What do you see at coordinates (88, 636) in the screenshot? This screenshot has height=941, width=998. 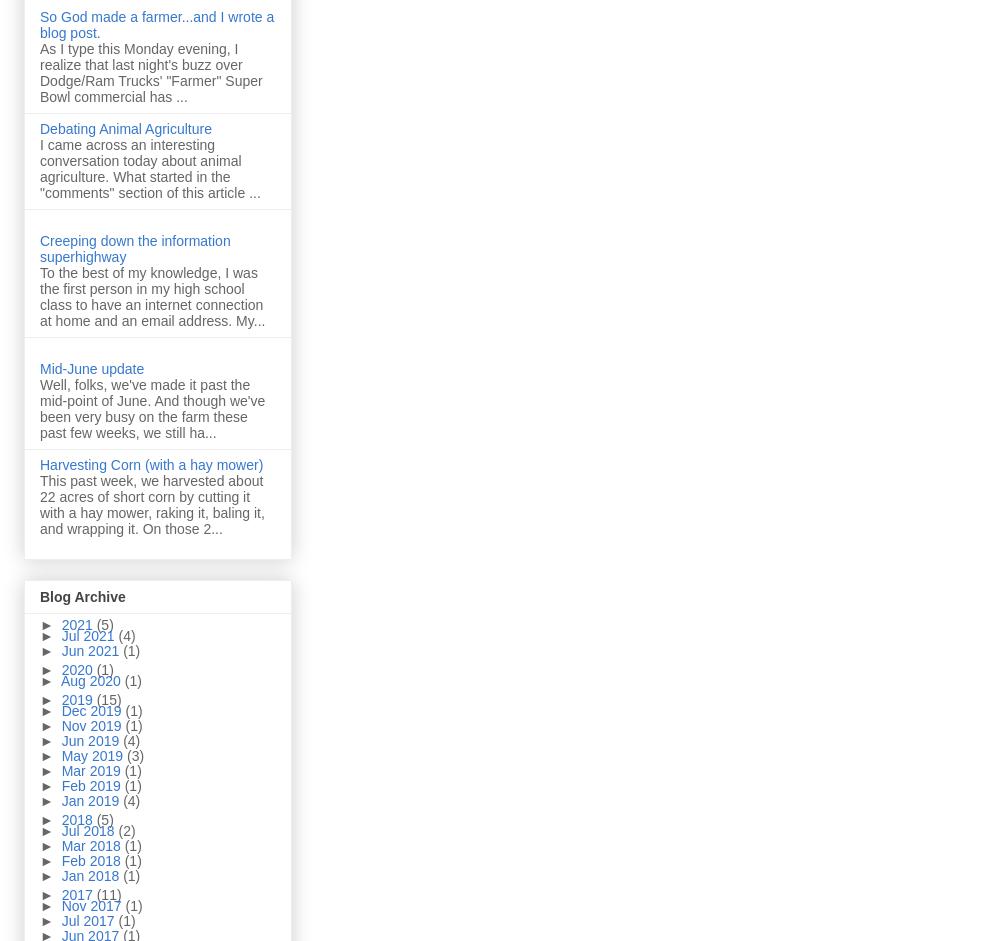 I see `'Jul 2021'` at bounding box center [88, 636].